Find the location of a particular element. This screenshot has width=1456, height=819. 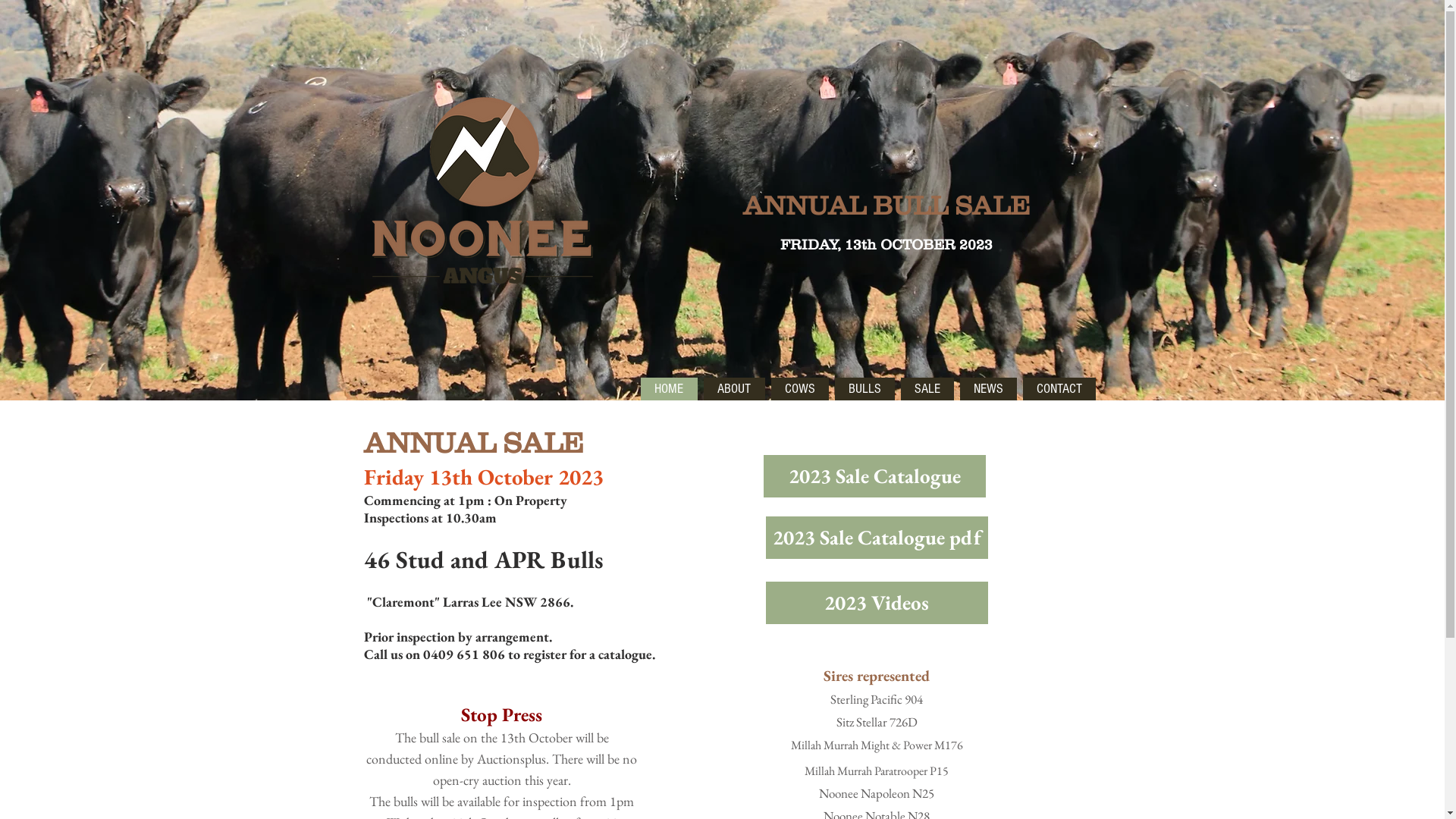

'CONTACT' is located at coordinates (1058, 388).